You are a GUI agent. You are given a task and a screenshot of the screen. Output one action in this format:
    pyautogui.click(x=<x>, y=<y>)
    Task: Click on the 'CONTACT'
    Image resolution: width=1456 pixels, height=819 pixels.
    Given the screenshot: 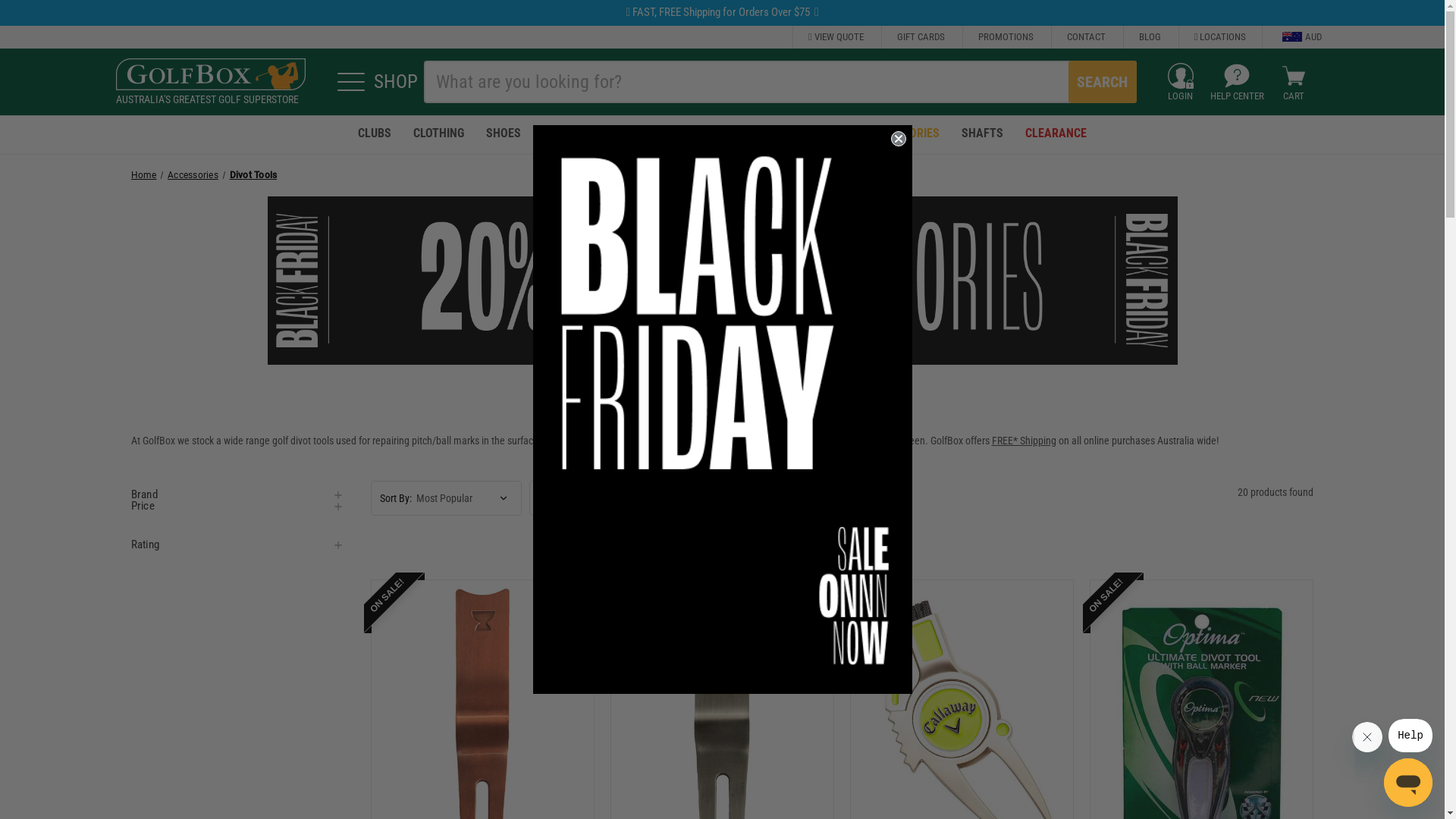 What is the action you would take?
    pyautogui.click(x=1085, y=36)
    